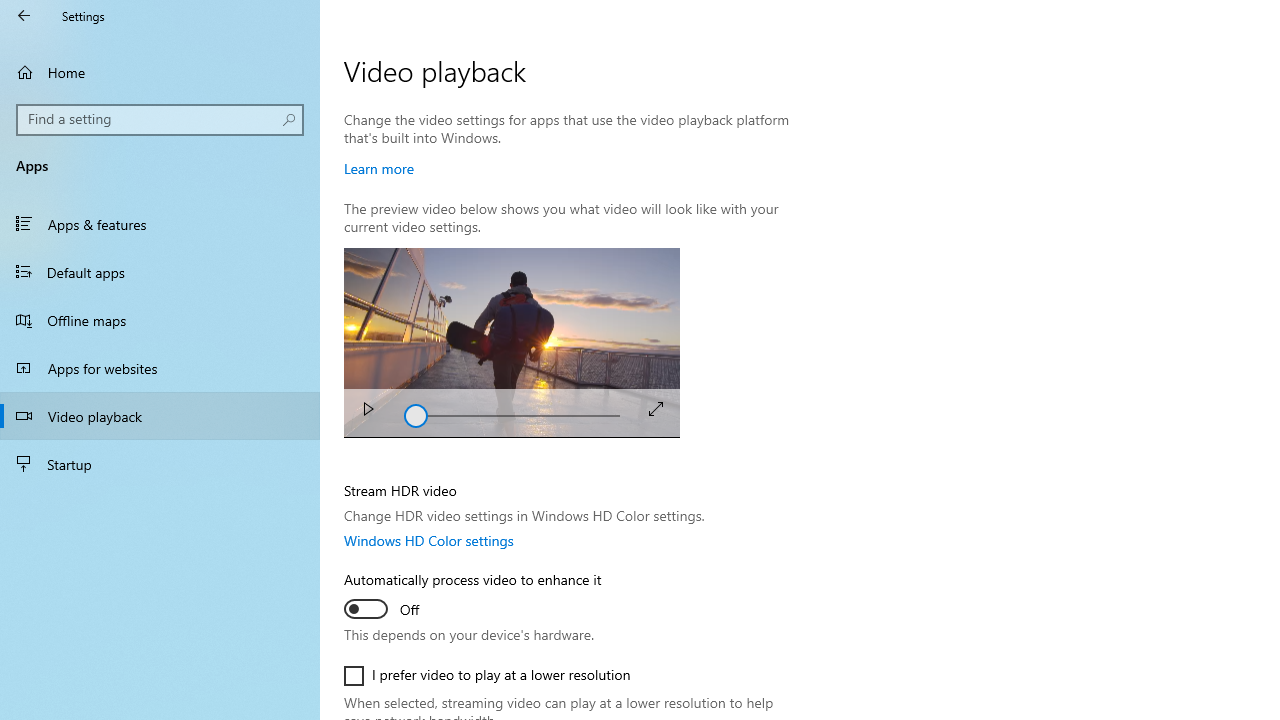  Describe the element at coordinates (160, 271) in the screenshot. I see `'Default apps'` at that location.